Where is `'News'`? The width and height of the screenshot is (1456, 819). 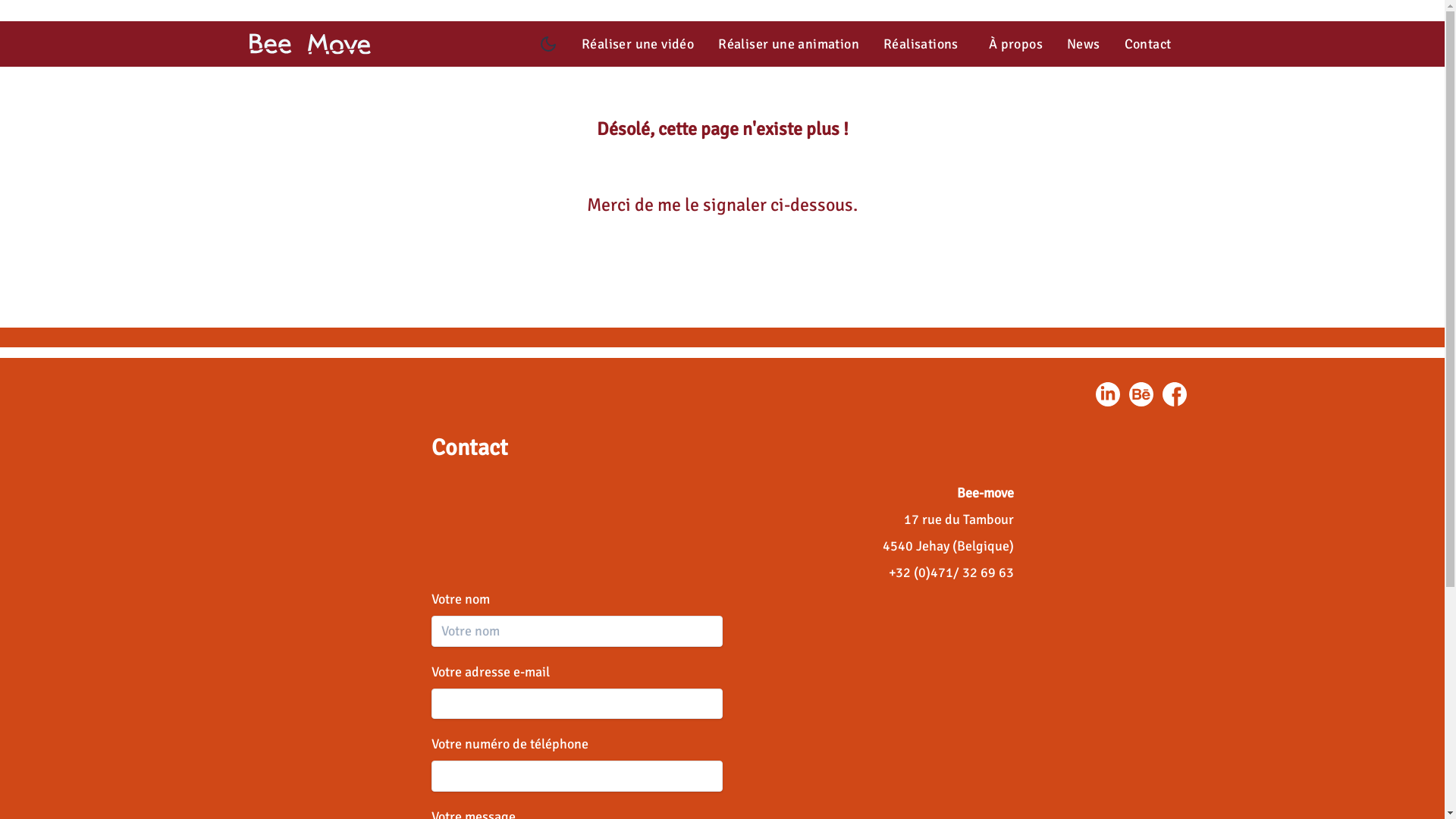 'News' is located at coordinates (1083, 42).